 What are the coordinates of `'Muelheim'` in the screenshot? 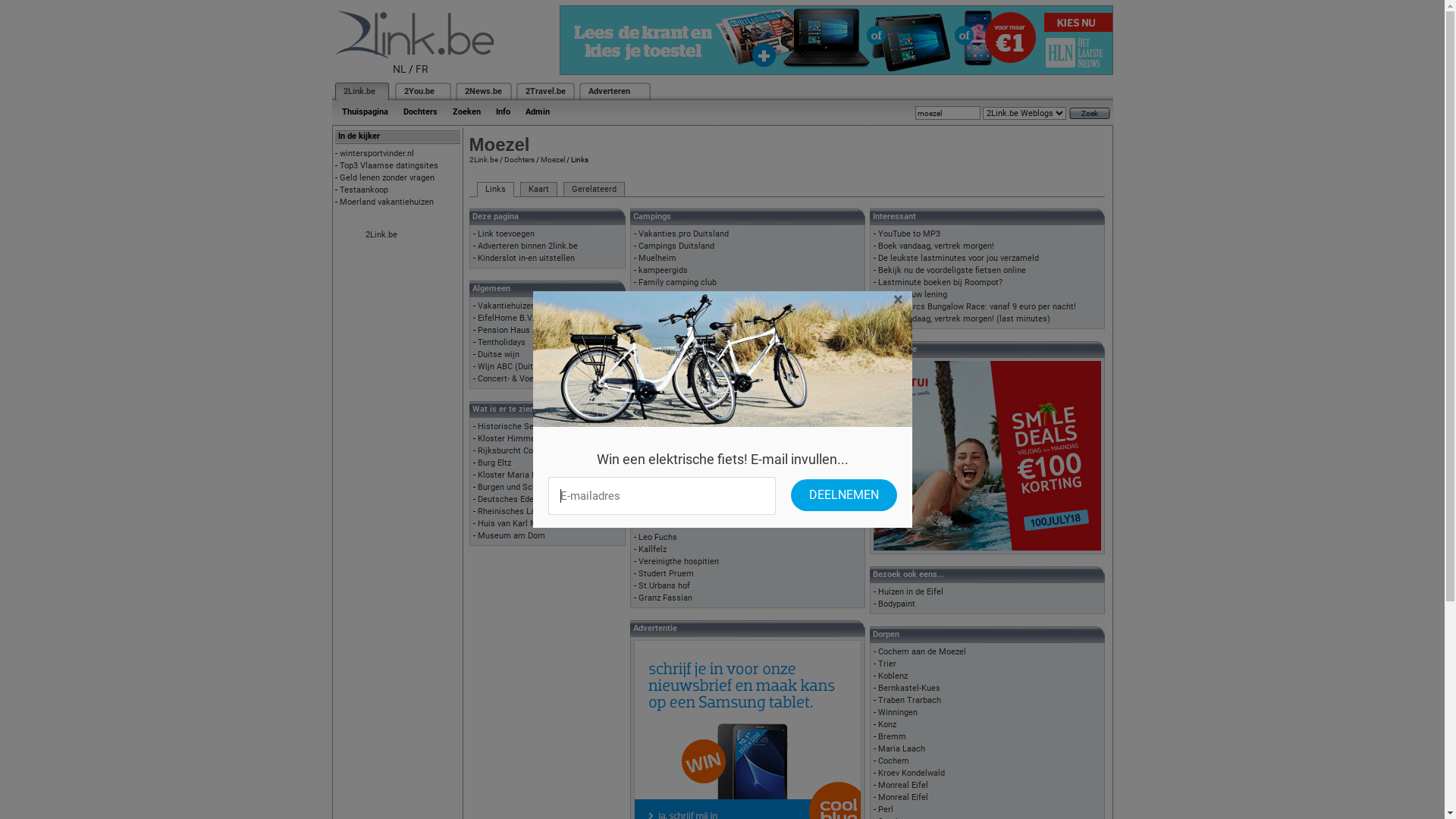 It's located at (657, 257).